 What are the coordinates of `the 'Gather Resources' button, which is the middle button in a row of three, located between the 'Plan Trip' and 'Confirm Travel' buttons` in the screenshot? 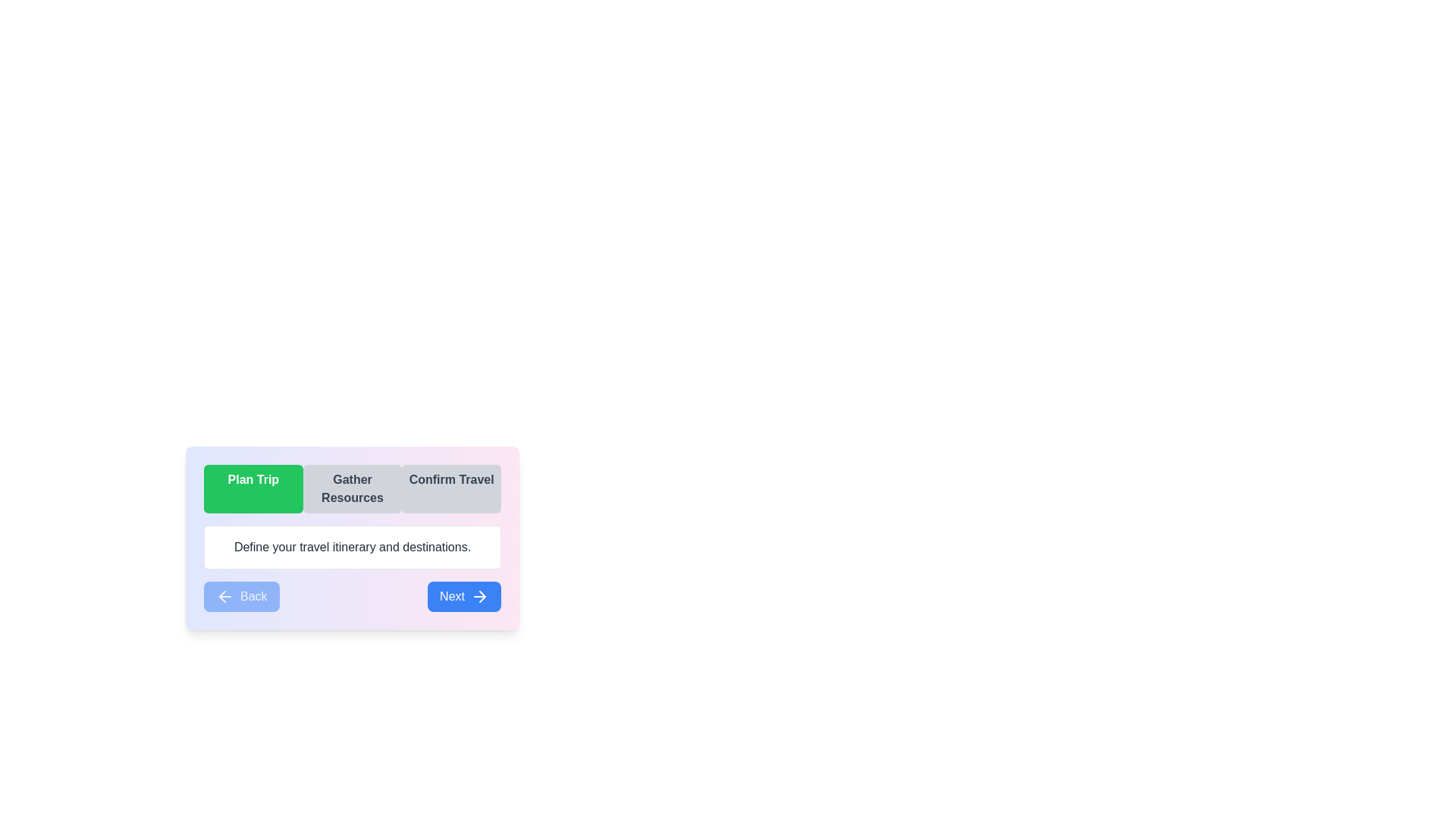 It's located at (352, 488).